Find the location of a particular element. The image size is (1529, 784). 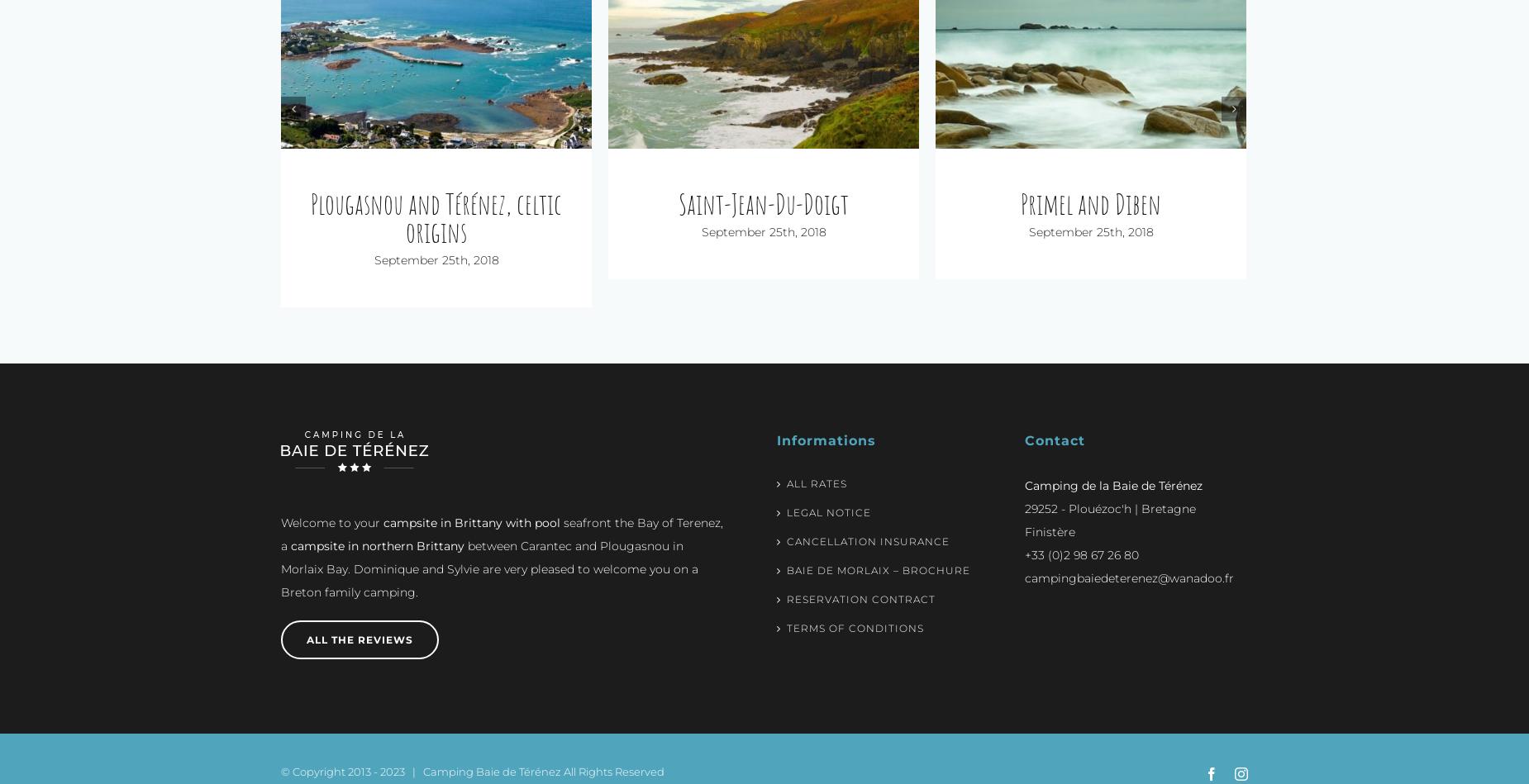

'Castle of Taureau' is located at coordinates (1089, 203).